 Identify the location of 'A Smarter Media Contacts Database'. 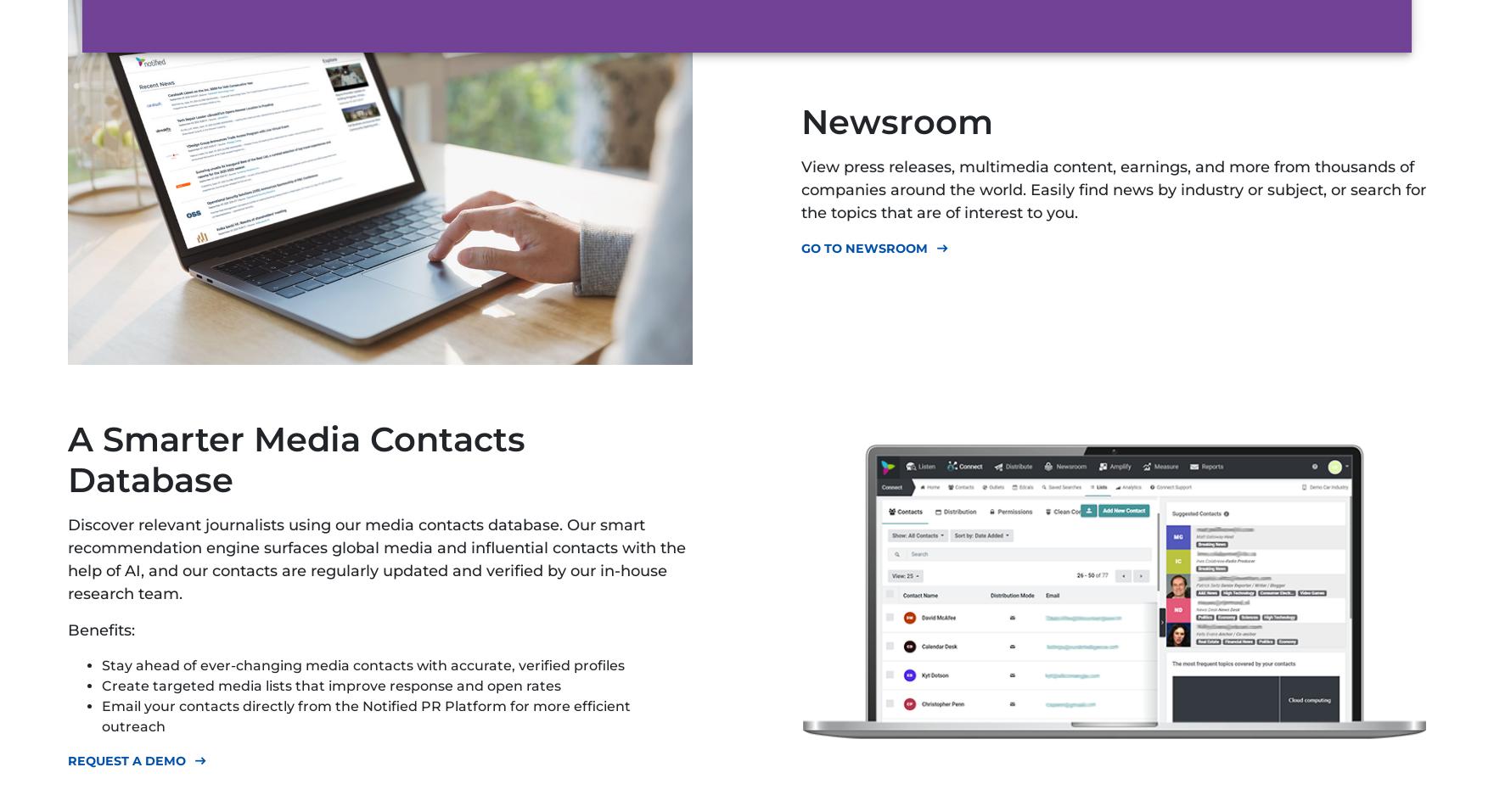
(295, 458).